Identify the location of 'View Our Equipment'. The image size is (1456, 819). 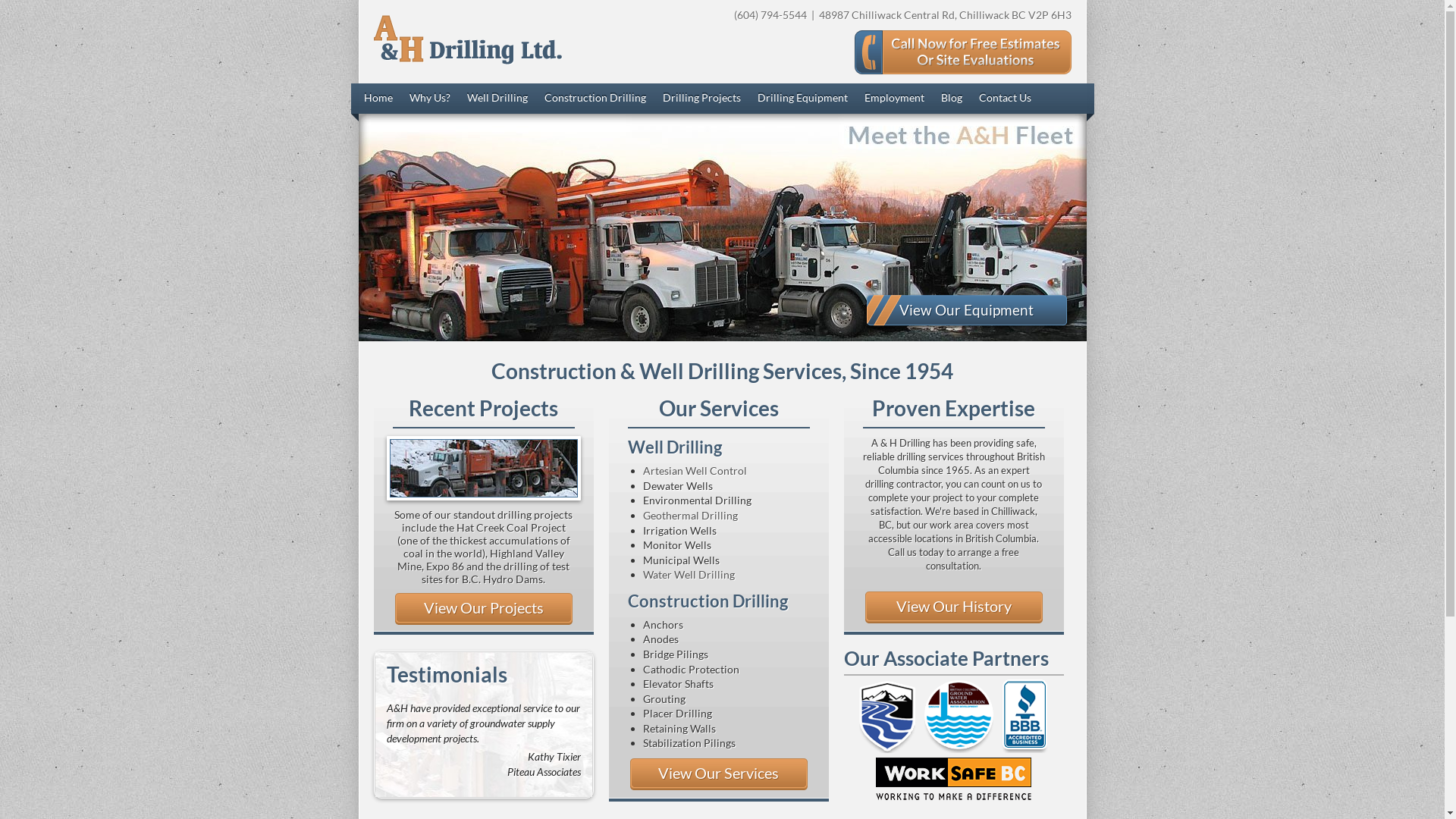
(965, 309).